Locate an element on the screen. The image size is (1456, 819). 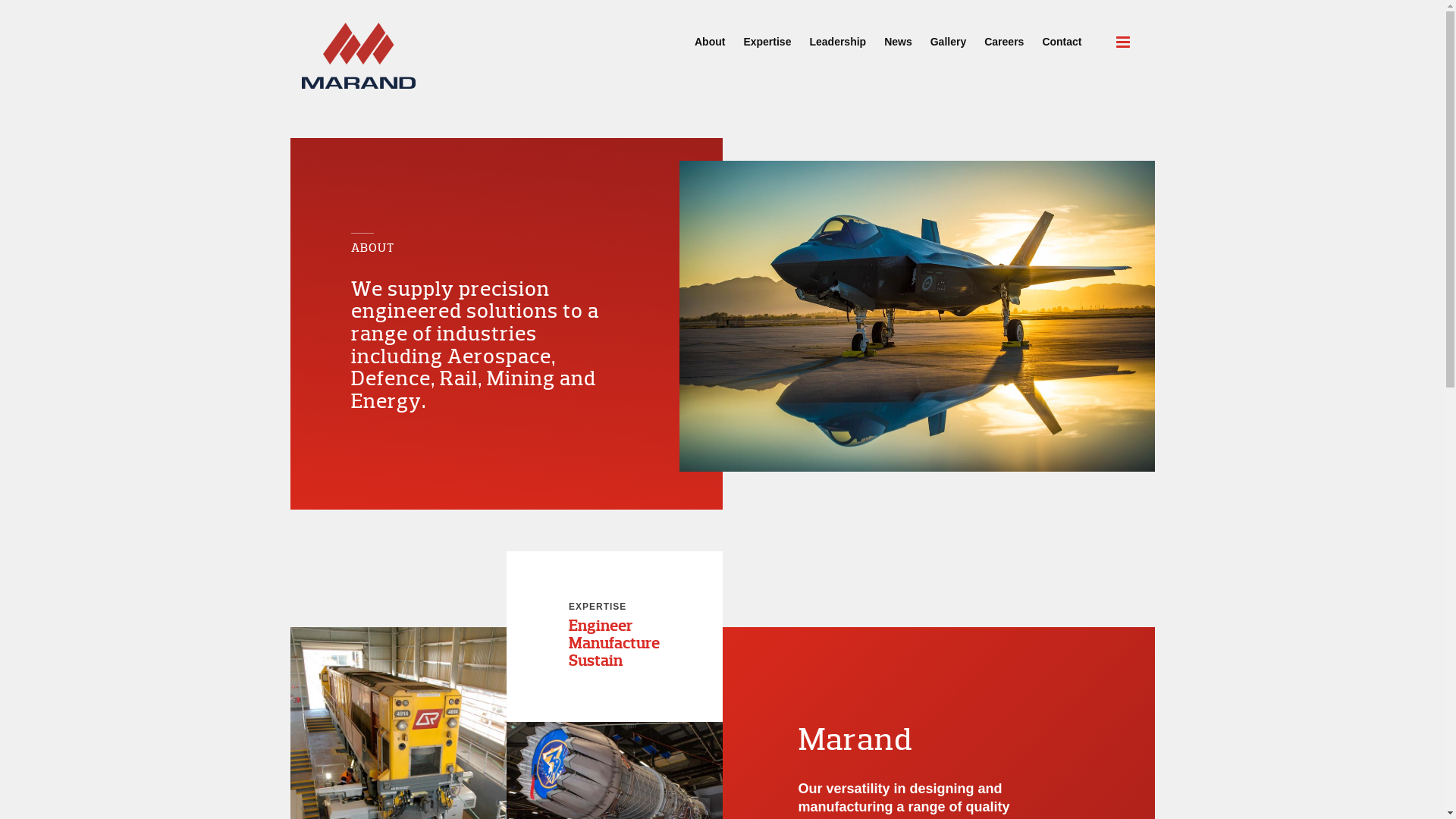
'Sustain' is located at coordinates (595, 660).